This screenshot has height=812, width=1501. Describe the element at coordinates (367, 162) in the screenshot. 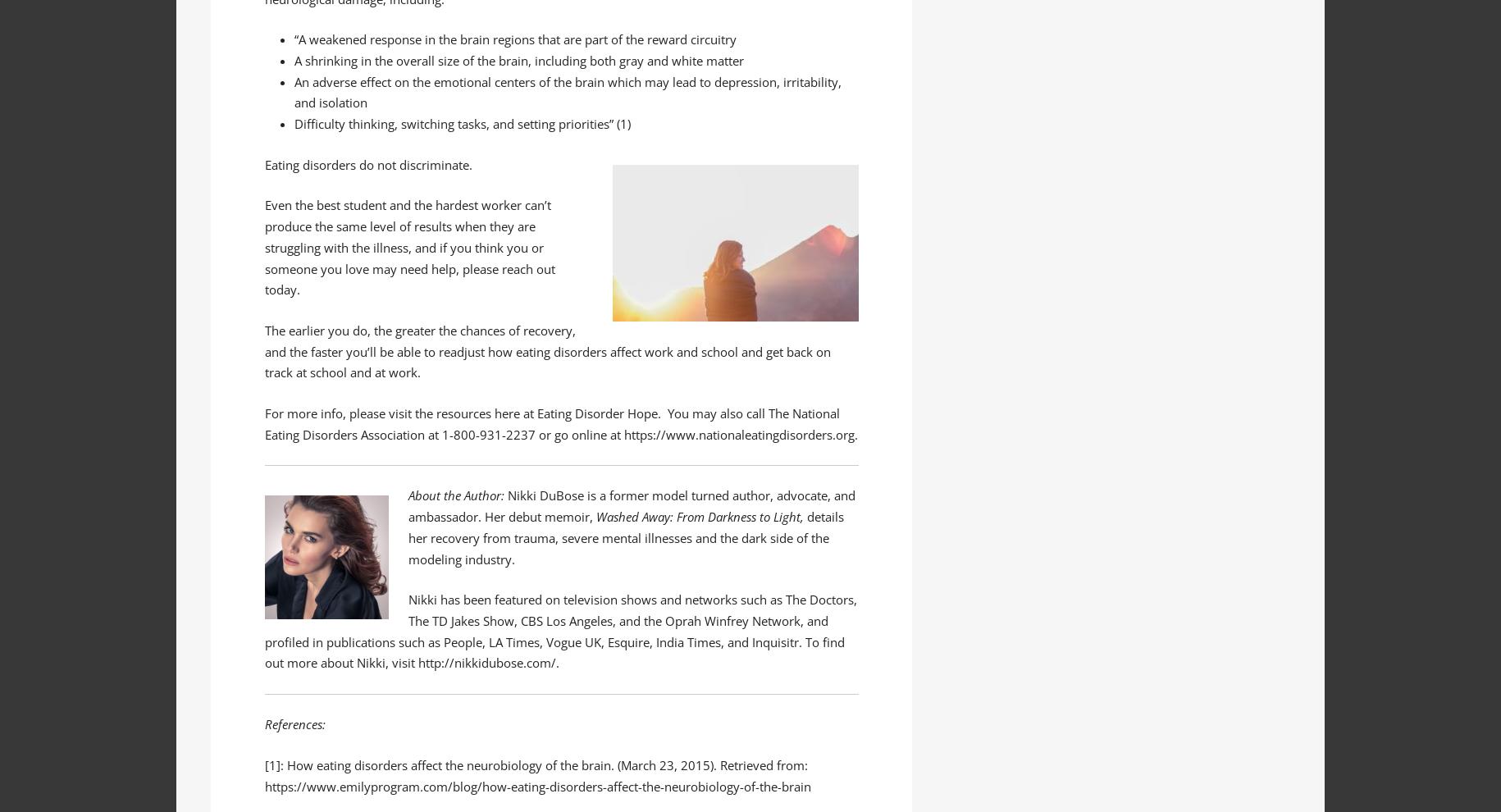

I see `'Eating disorders do not discriminate.'` at that location.